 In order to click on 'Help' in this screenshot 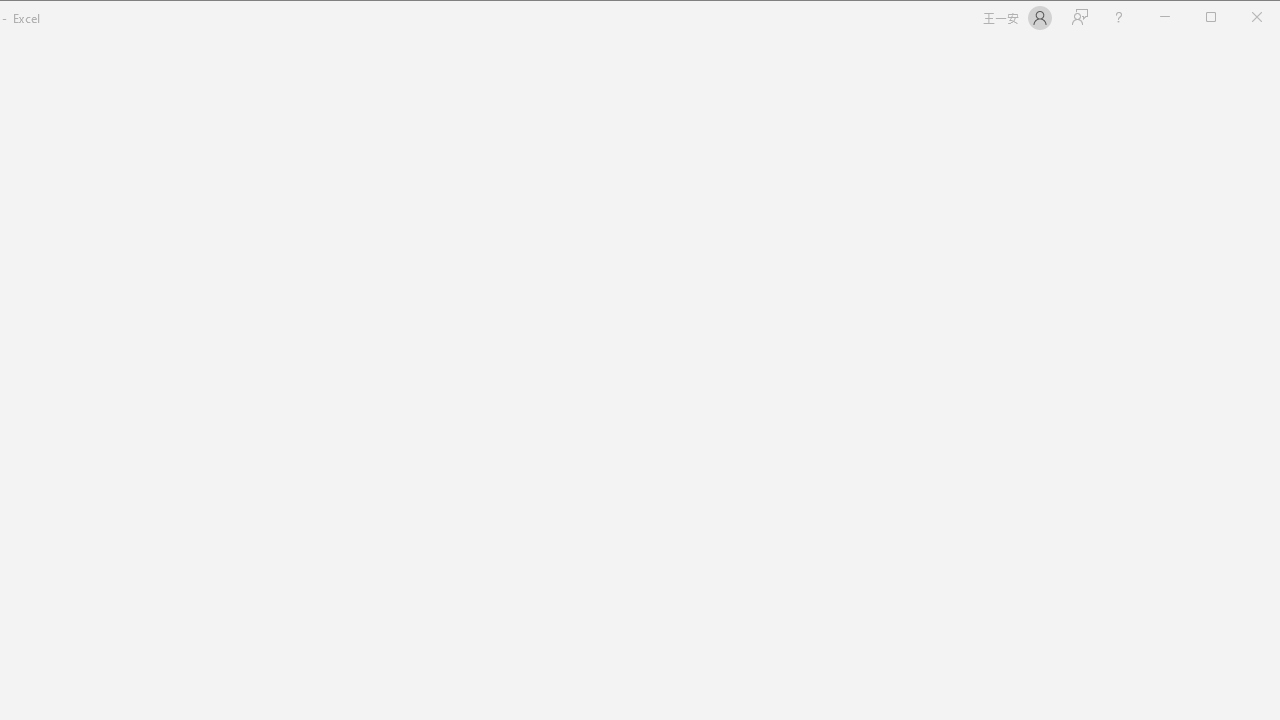, I will do `click(1117, 18)`.